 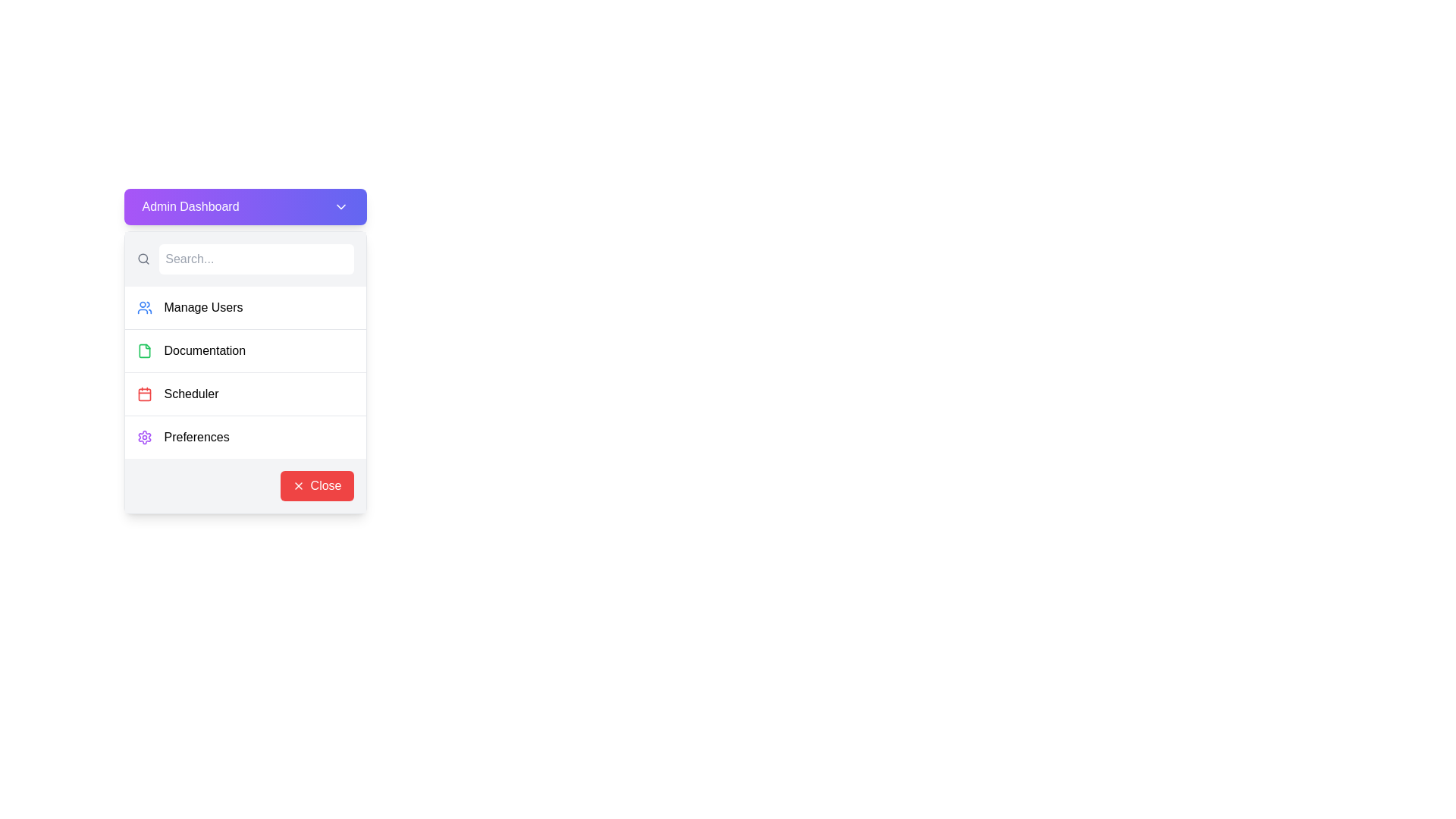 I want to click on the magnifying glass icon representing the search feature, located below the 'Admin Dashboard' dropdown and to the left of the 'Search...' input field, so click(x=143, y=259).